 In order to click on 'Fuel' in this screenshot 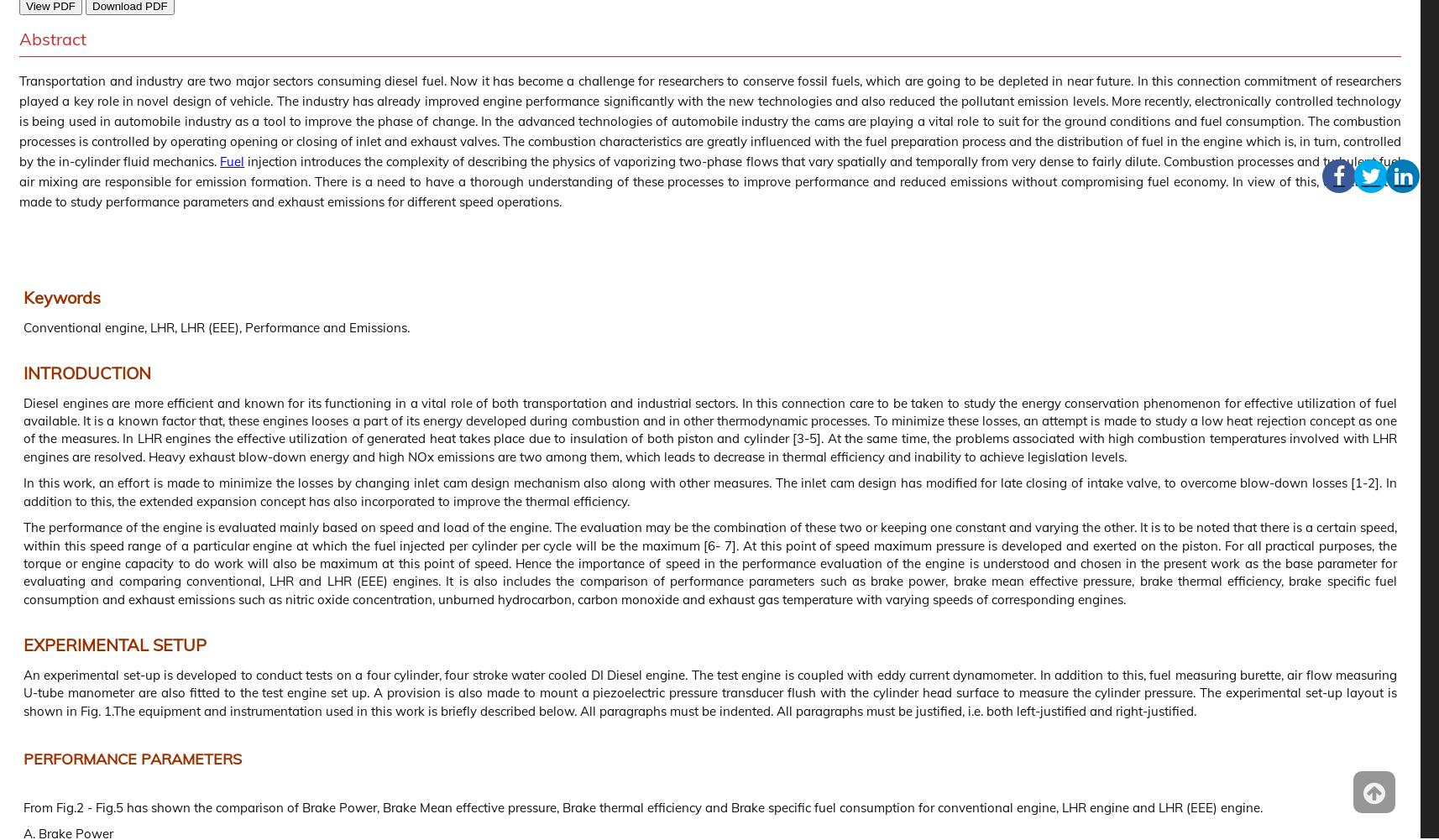, I will do `click(232, 161)`.